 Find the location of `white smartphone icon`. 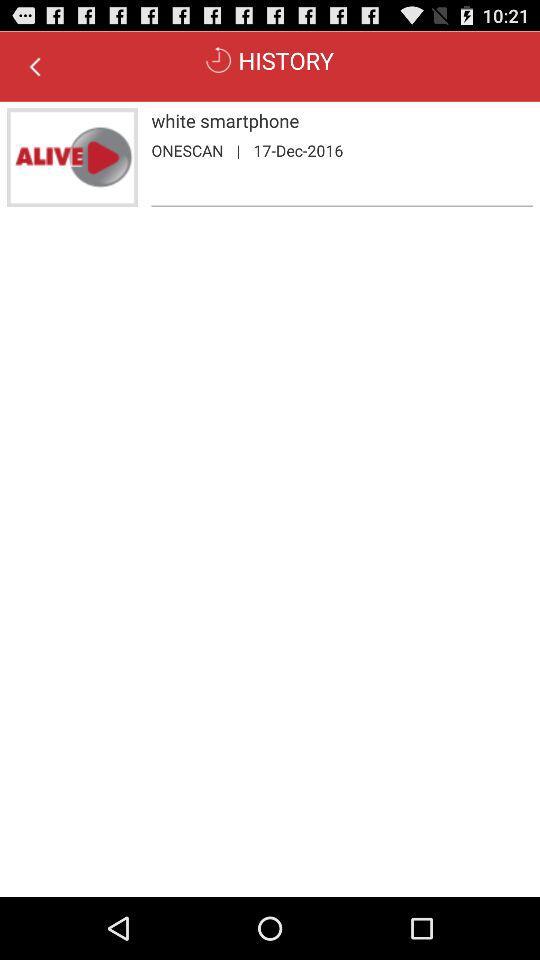

white smartphone icon is located at coordinates (341, 120).